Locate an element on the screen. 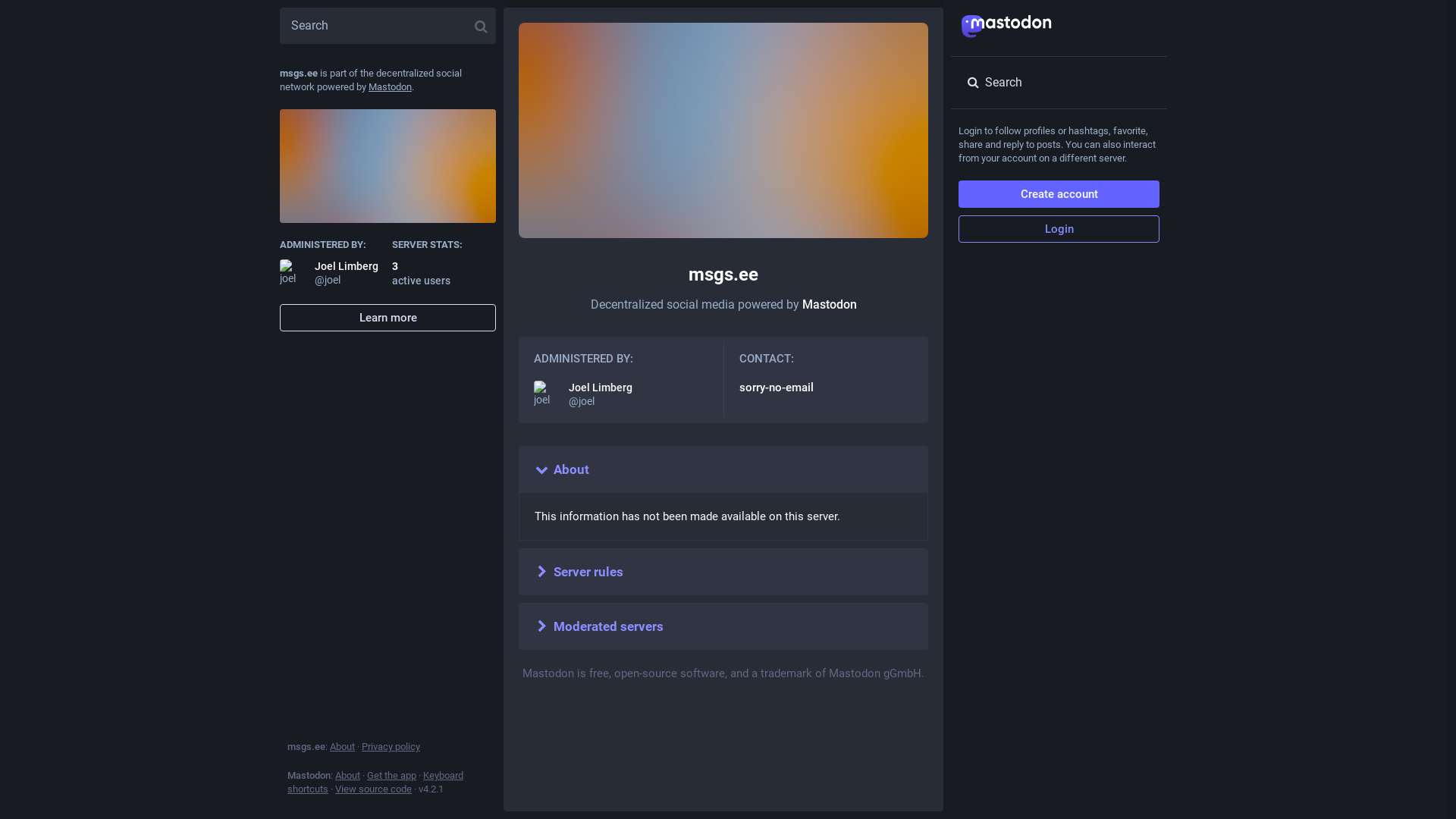 This screenshot has height=819, width=1456. 'Login' is located at coordinates (1058, 228).